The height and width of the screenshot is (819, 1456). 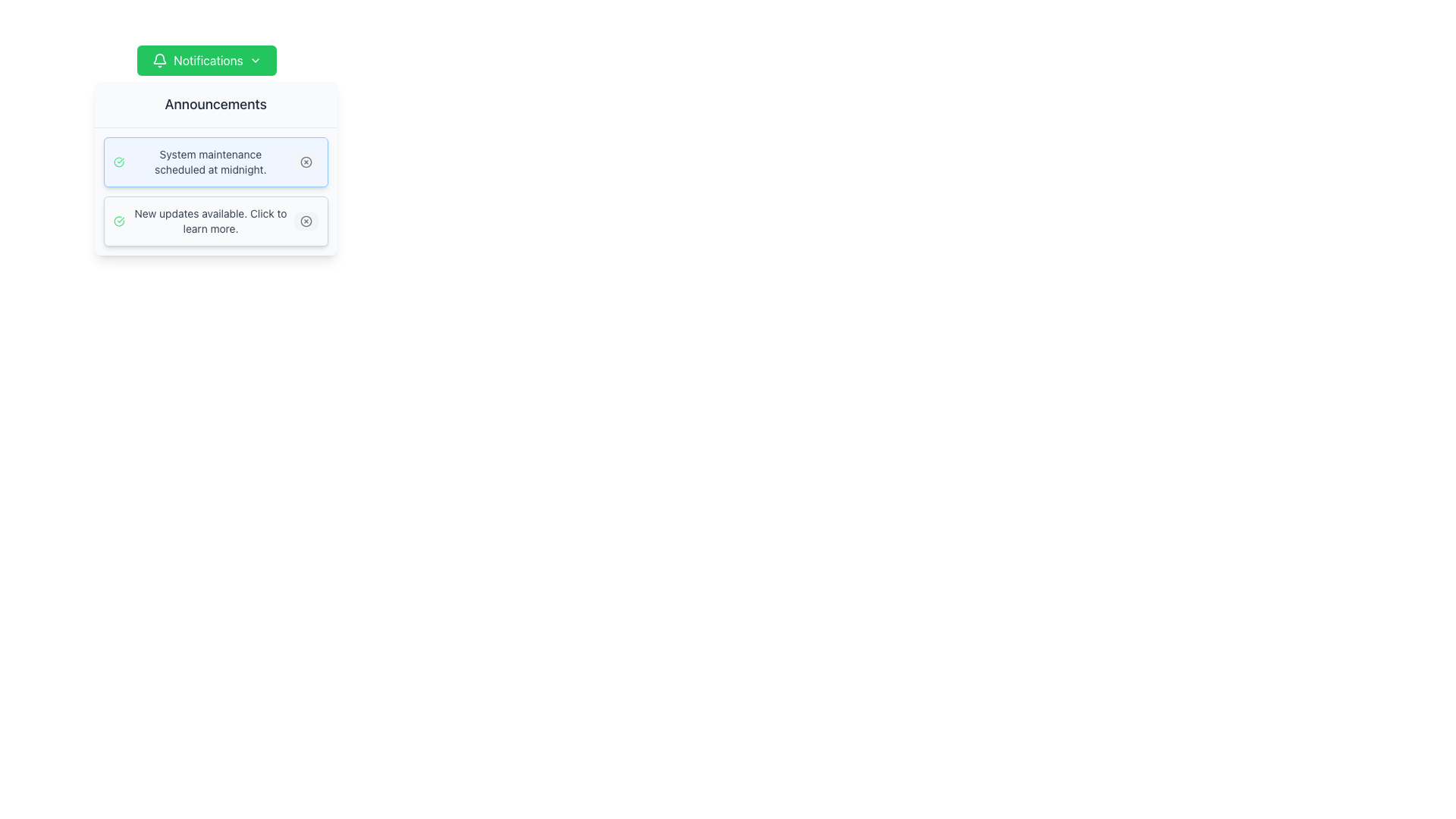 I want to click on the dismissal button located at the rightmost side of the notification displaying 'System maintenance scheduled at midnight.', so click(x=305, y=162).